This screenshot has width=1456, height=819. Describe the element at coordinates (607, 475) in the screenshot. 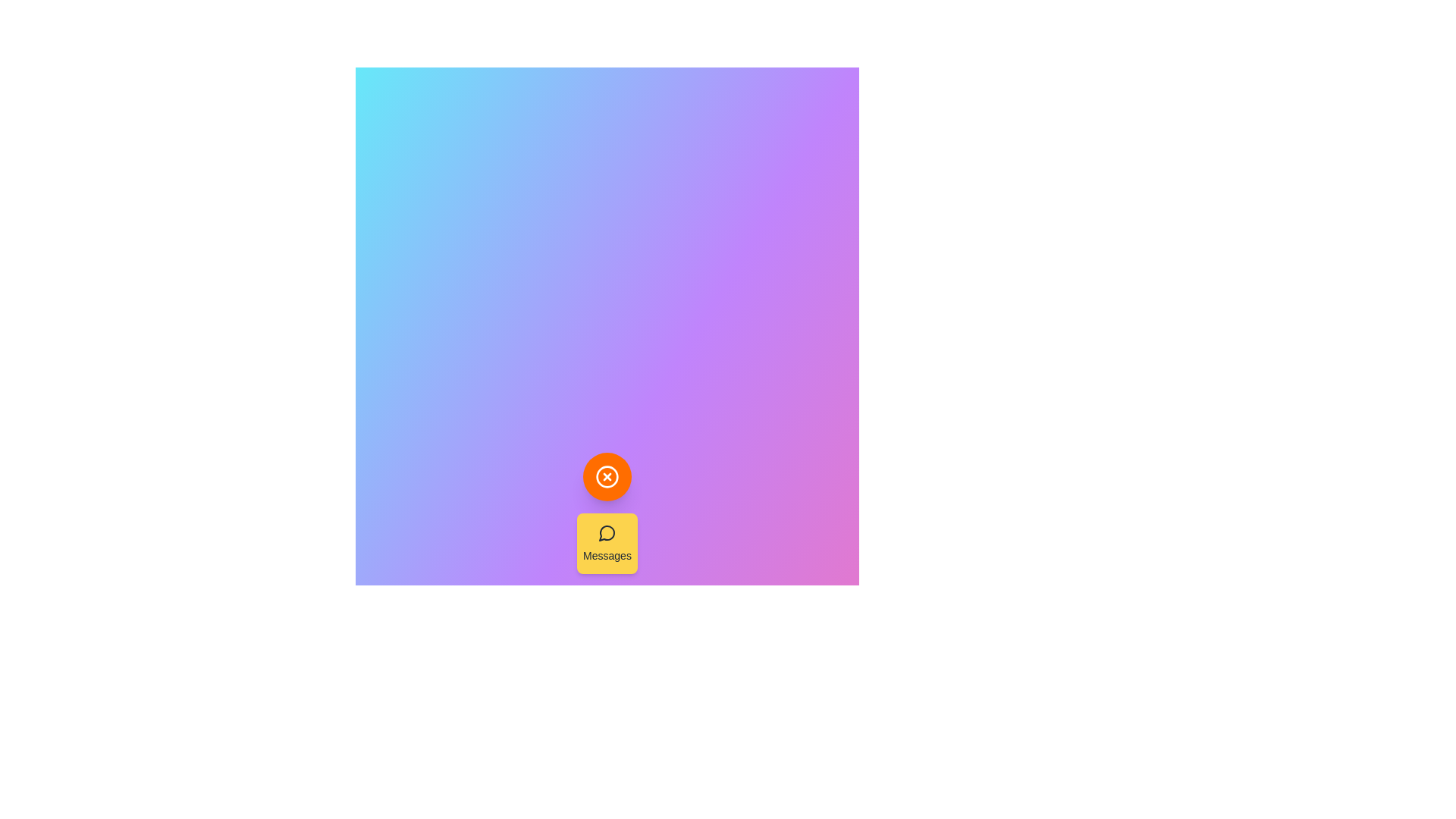

I see `the main button to toggle the menu` at that location.